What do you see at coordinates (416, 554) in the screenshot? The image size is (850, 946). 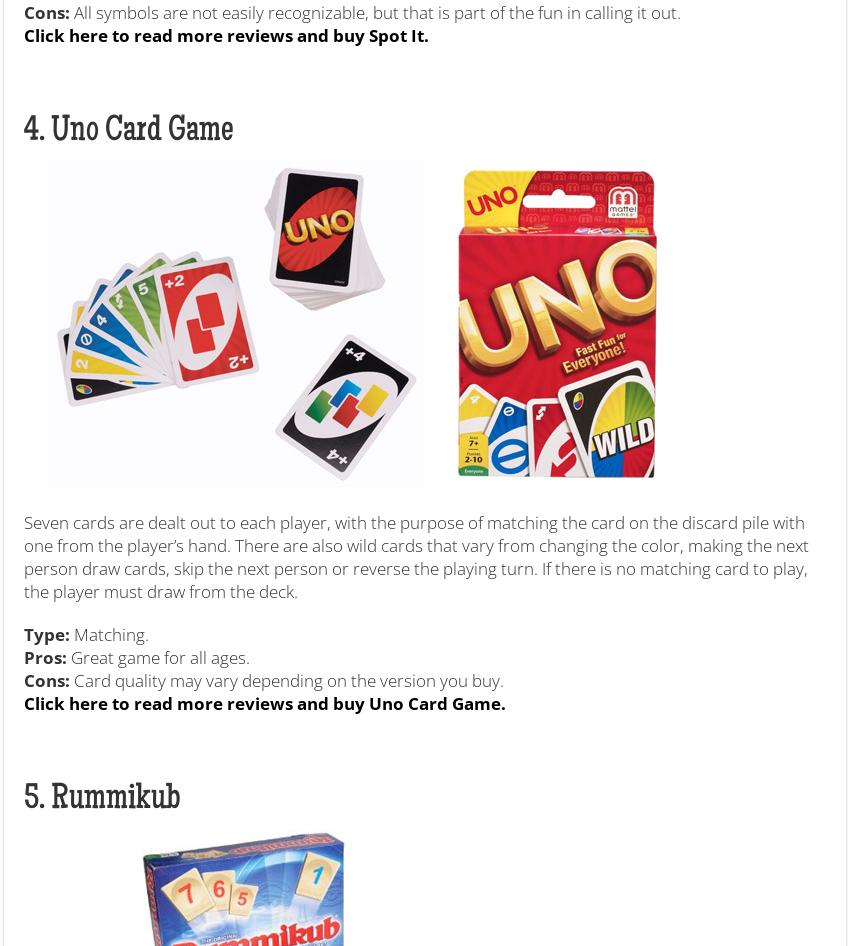 I see `'Seven cards are dealt out to each player, with the purpose of matching the card on the discard pile with one from the player’s hand. There are also wild cards that vary from changing the color, making the next person draw cards, skip the next person or reverse the playing turn. If there is no matching card to play, the player must draw from the deck.'` at bounding box center [416, 554].